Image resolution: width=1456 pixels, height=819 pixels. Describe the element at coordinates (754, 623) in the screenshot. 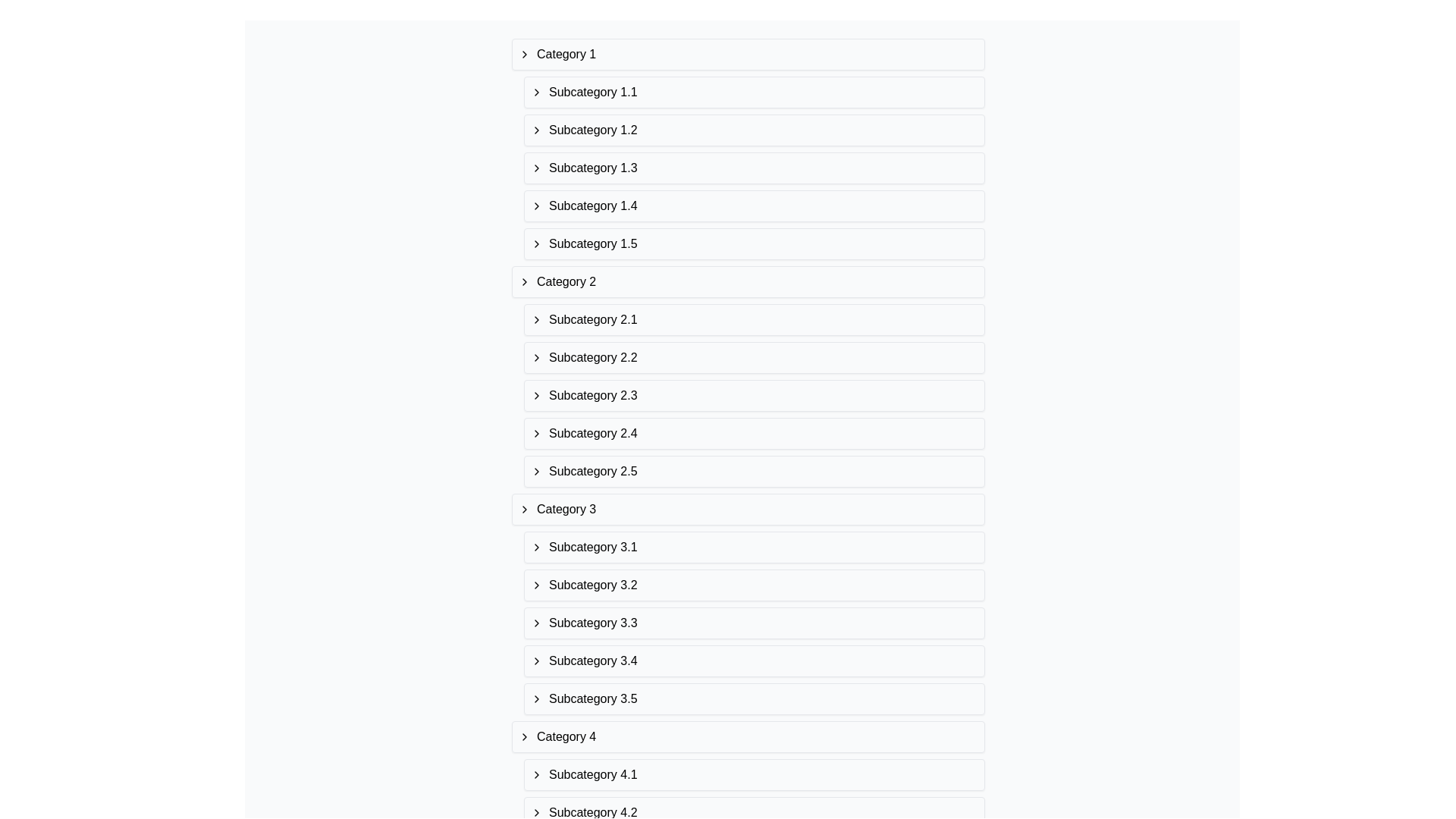

I see `the 'Subcategory 3.3' Collapsible List Item` at that location.